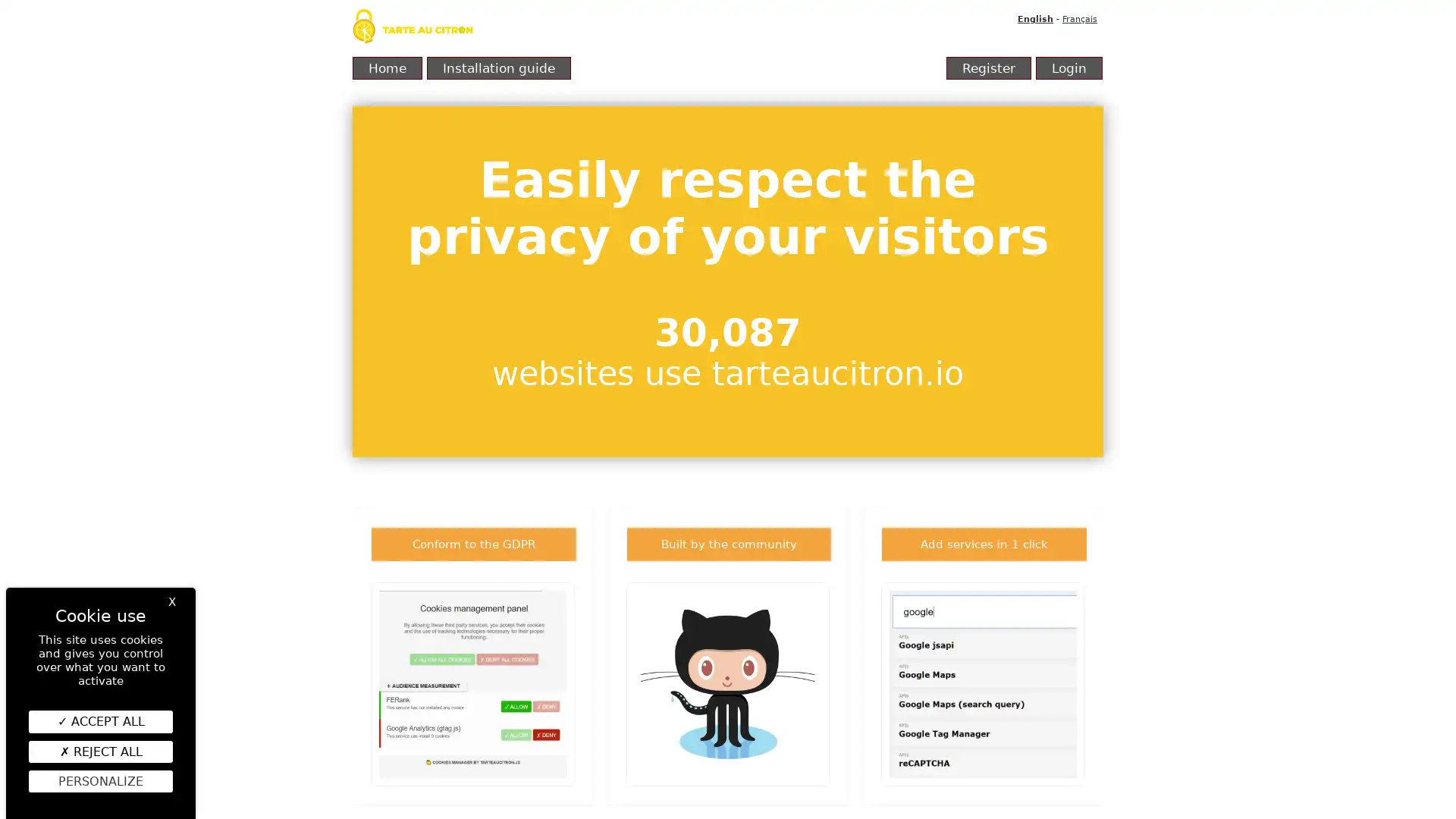 The height and width of the screenshot is (819, 1456). Describe the element at coordinates (100, 751) in the screenshot. I see `REJECT ALL` at that location.